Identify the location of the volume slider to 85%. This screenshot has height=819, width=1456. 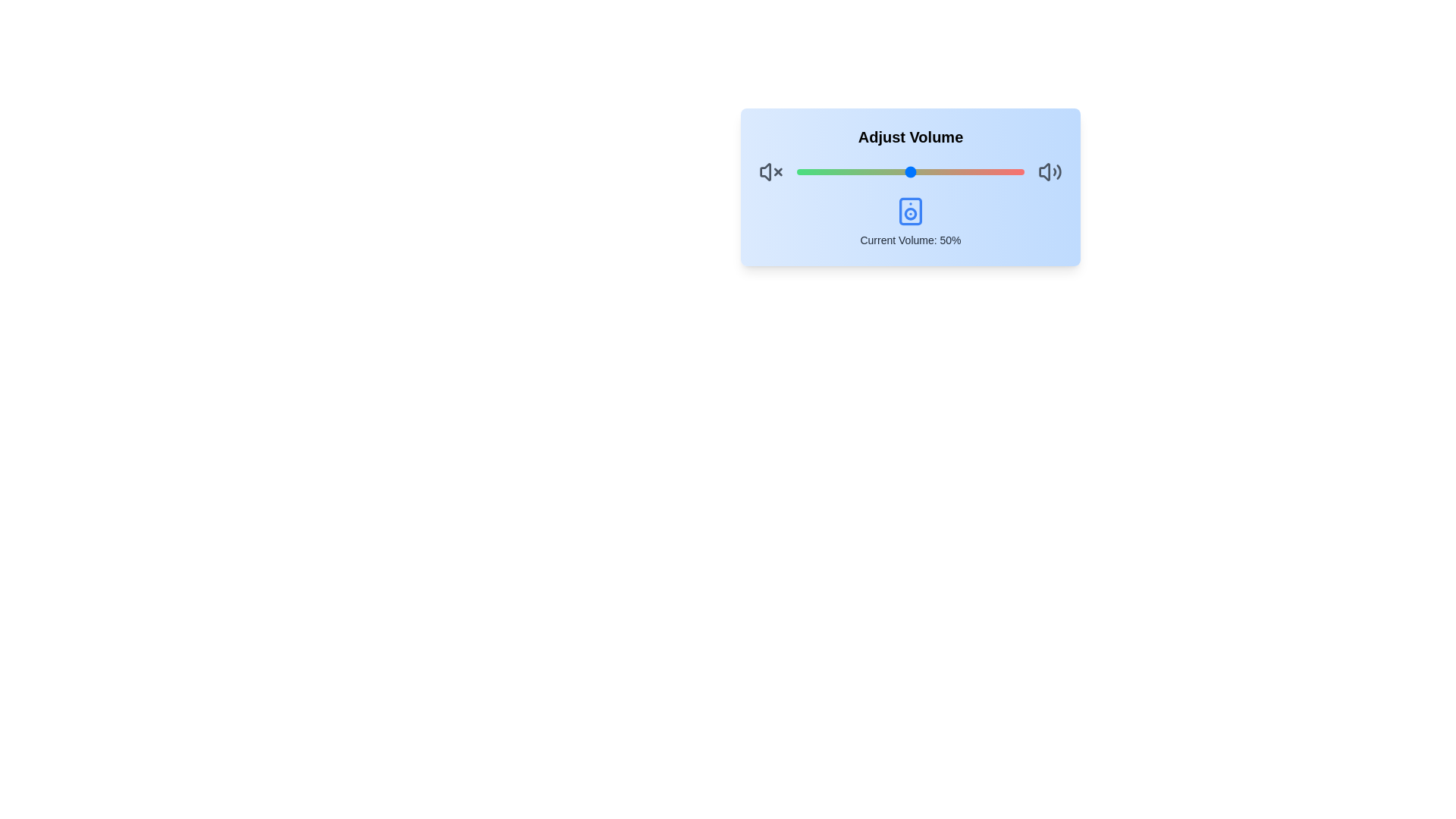
(990, 171).